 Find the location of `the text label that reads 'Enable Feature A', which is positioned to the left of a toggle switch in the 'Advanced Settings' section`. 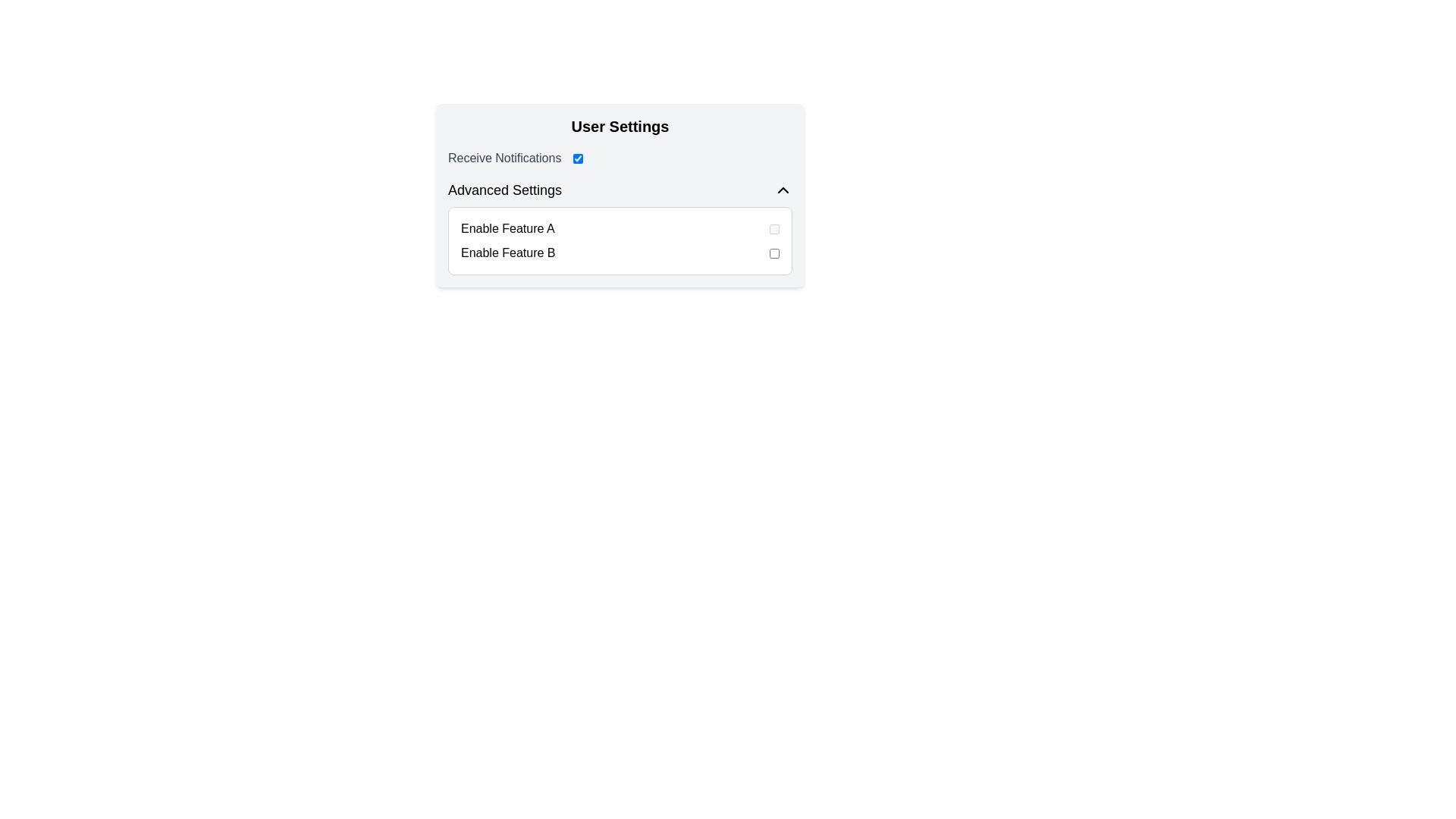

the text label that reads 'Enable Feature A', which is positioned to the left of a toggle switch in the 'Advanced Settings' section is located at coordinates (507, 228).